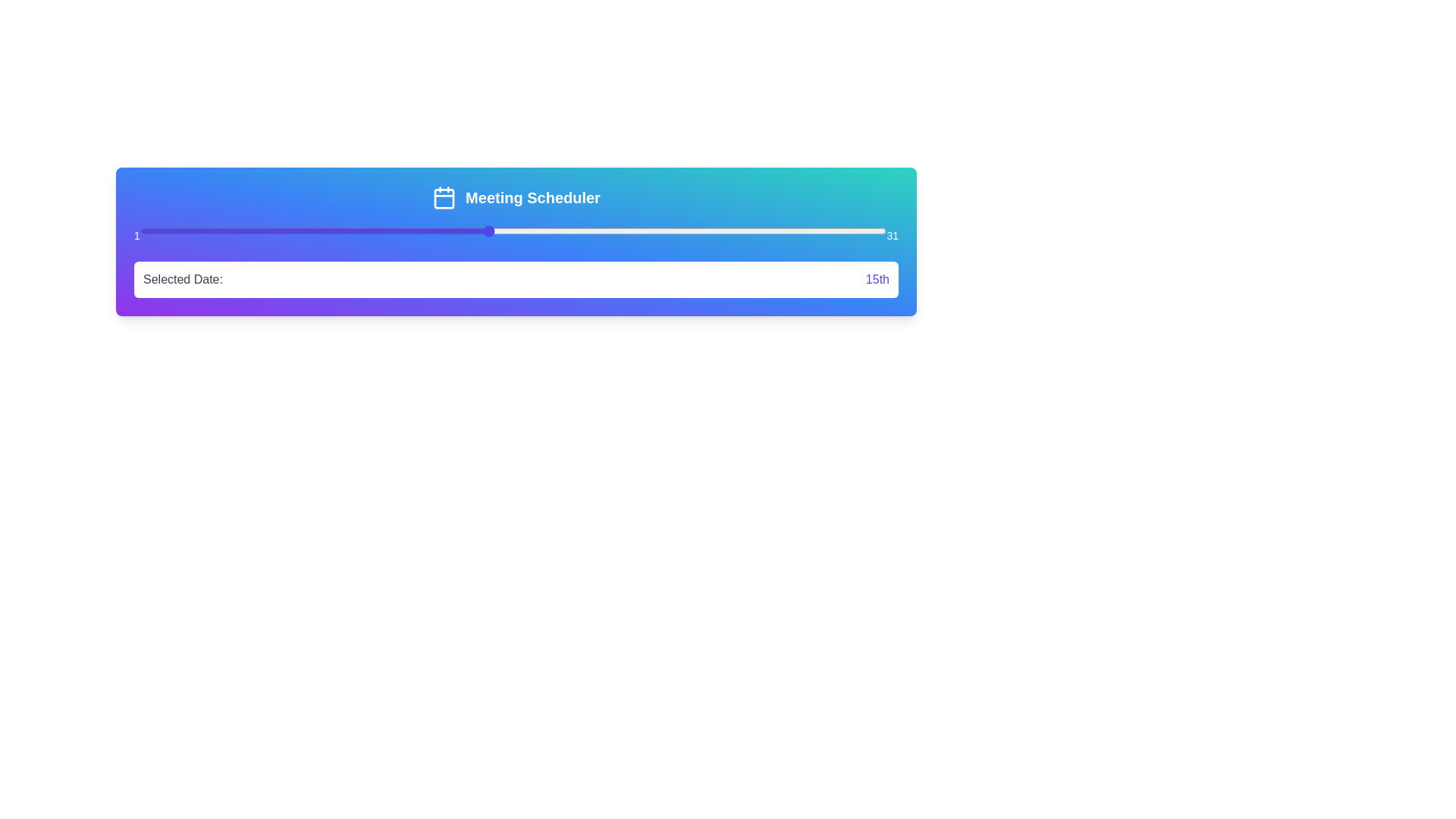 This screenshot has height=819, width=1456. I want to click on the date, so click(364, 231).